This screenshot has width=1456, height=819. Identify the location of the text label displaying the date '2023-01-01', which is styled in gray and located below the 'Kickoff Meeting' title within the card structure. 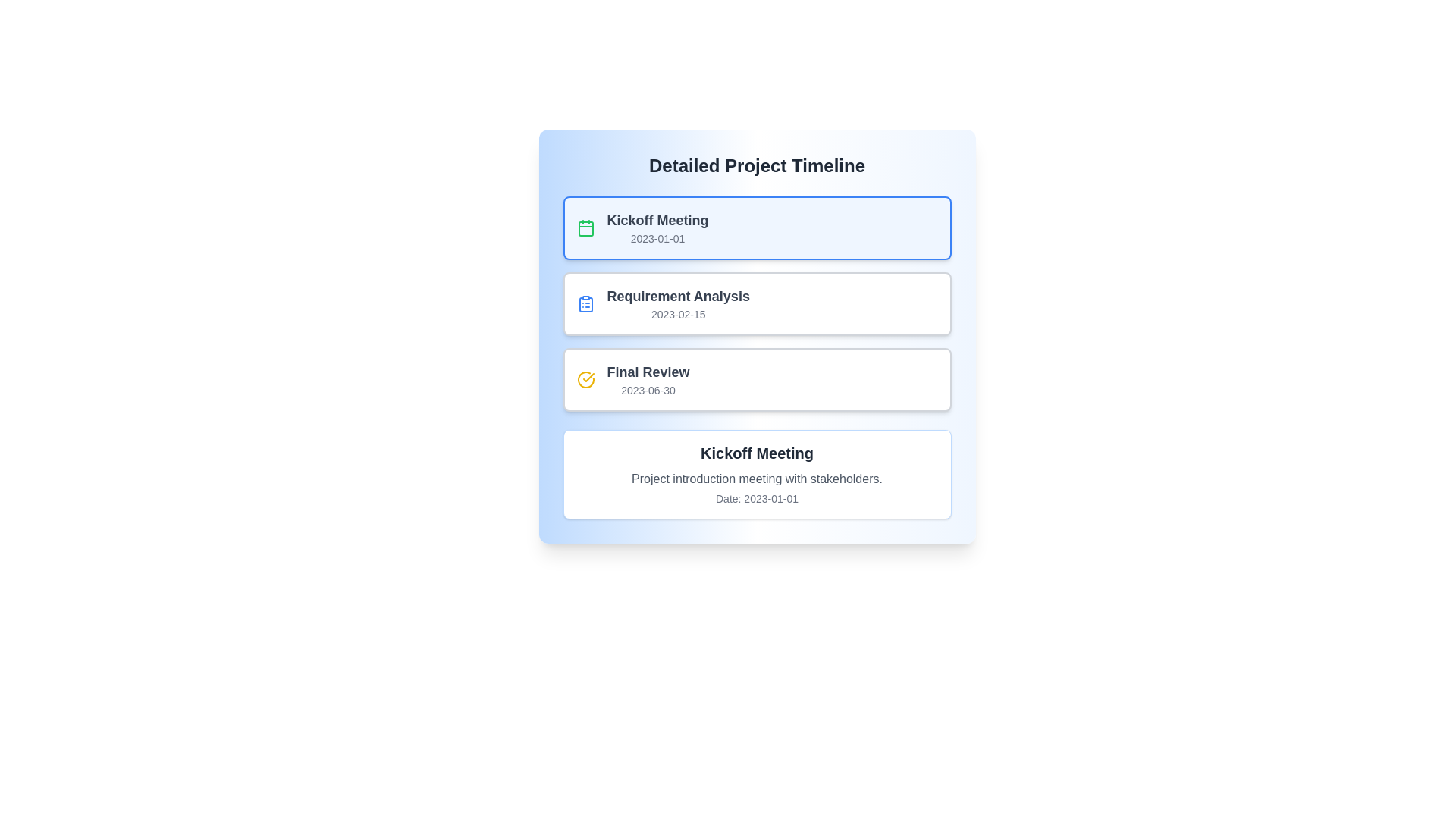
(657, 239).